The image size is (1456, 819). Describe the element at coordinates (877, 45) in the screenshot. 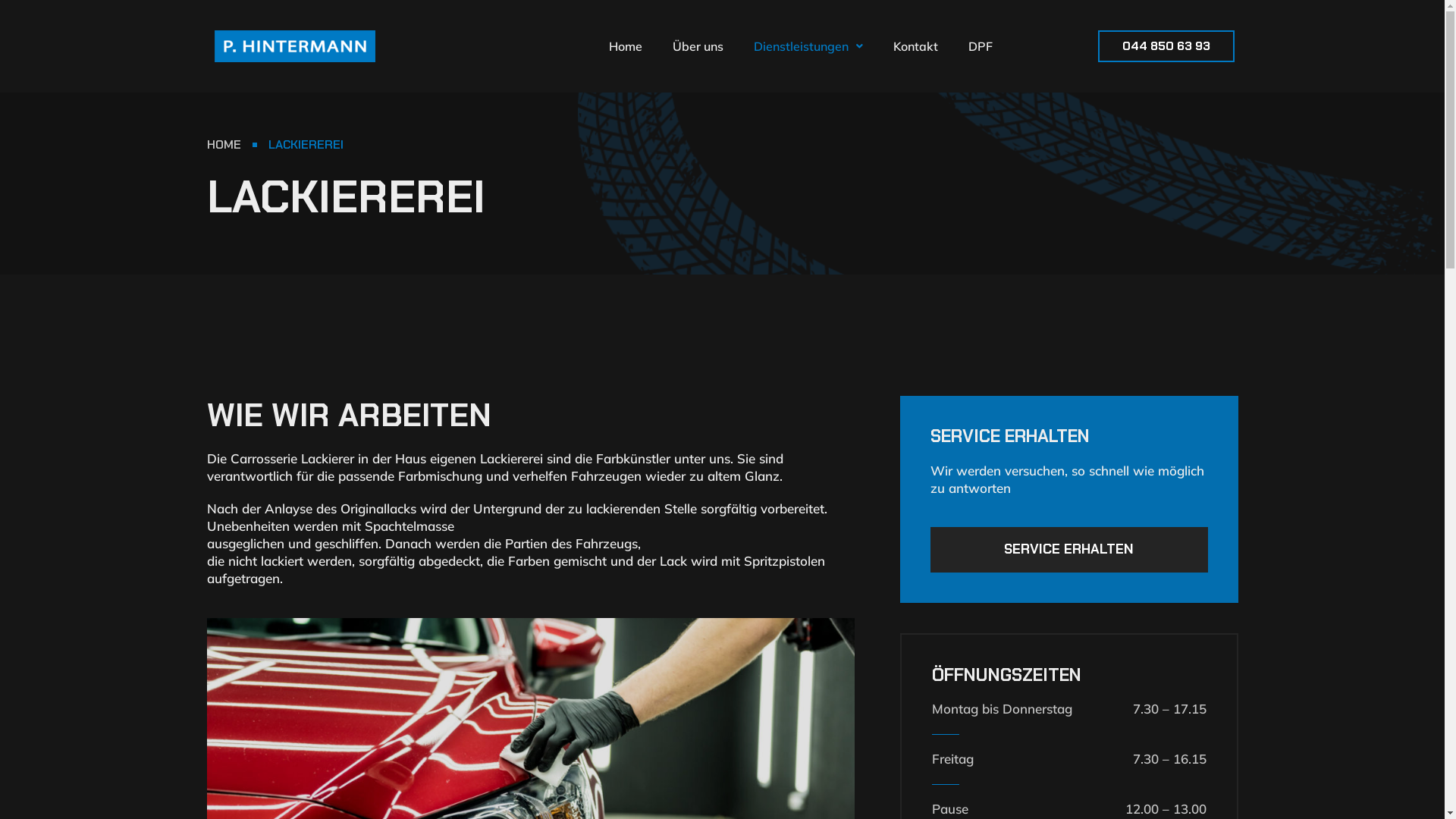

I see `'Kontakt'` at that location.